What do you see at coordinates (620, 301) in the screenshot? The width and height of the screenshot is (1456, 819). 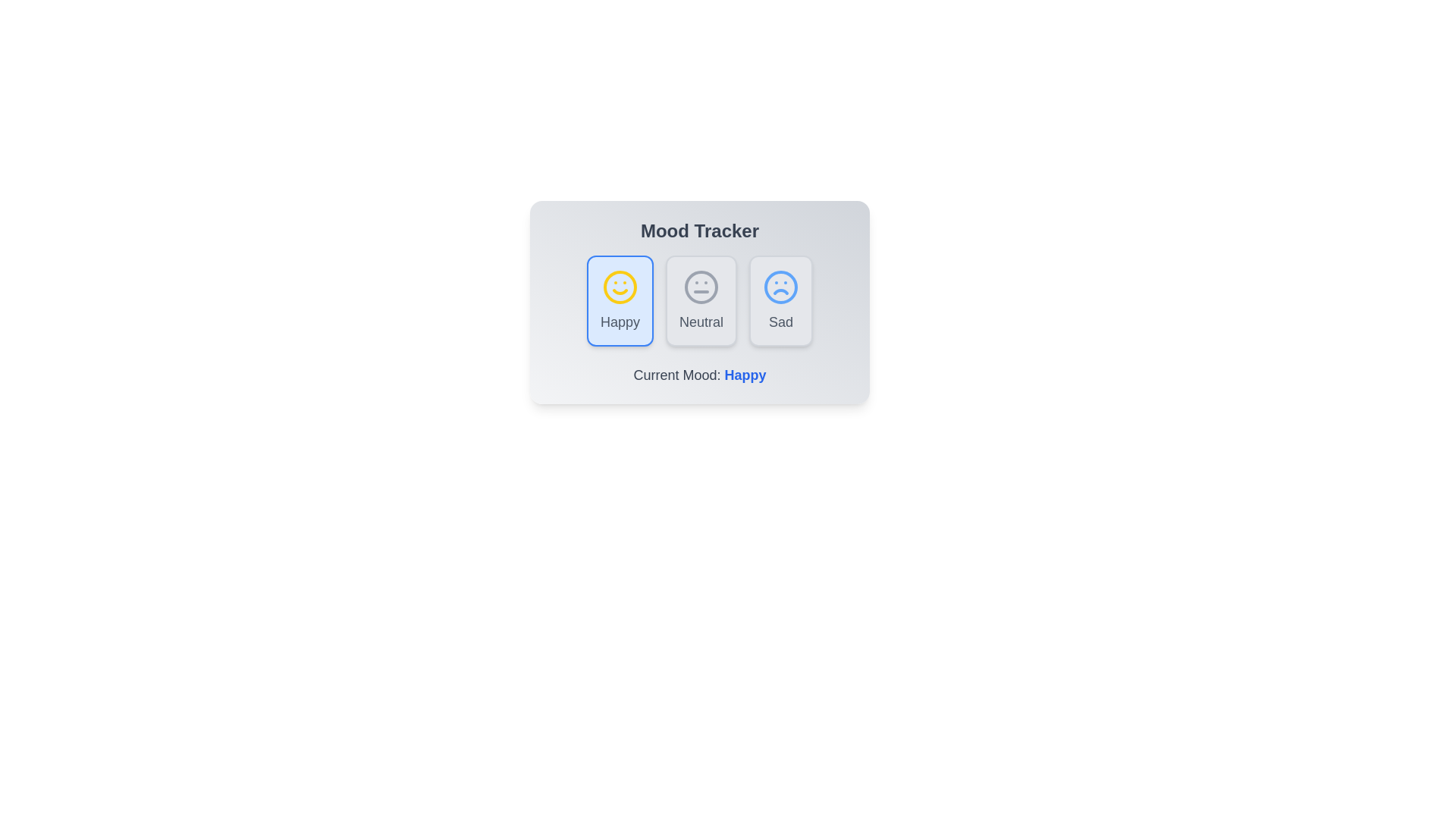 I see `the mood button to select the mood Happy` at bounding box center [620, 301].